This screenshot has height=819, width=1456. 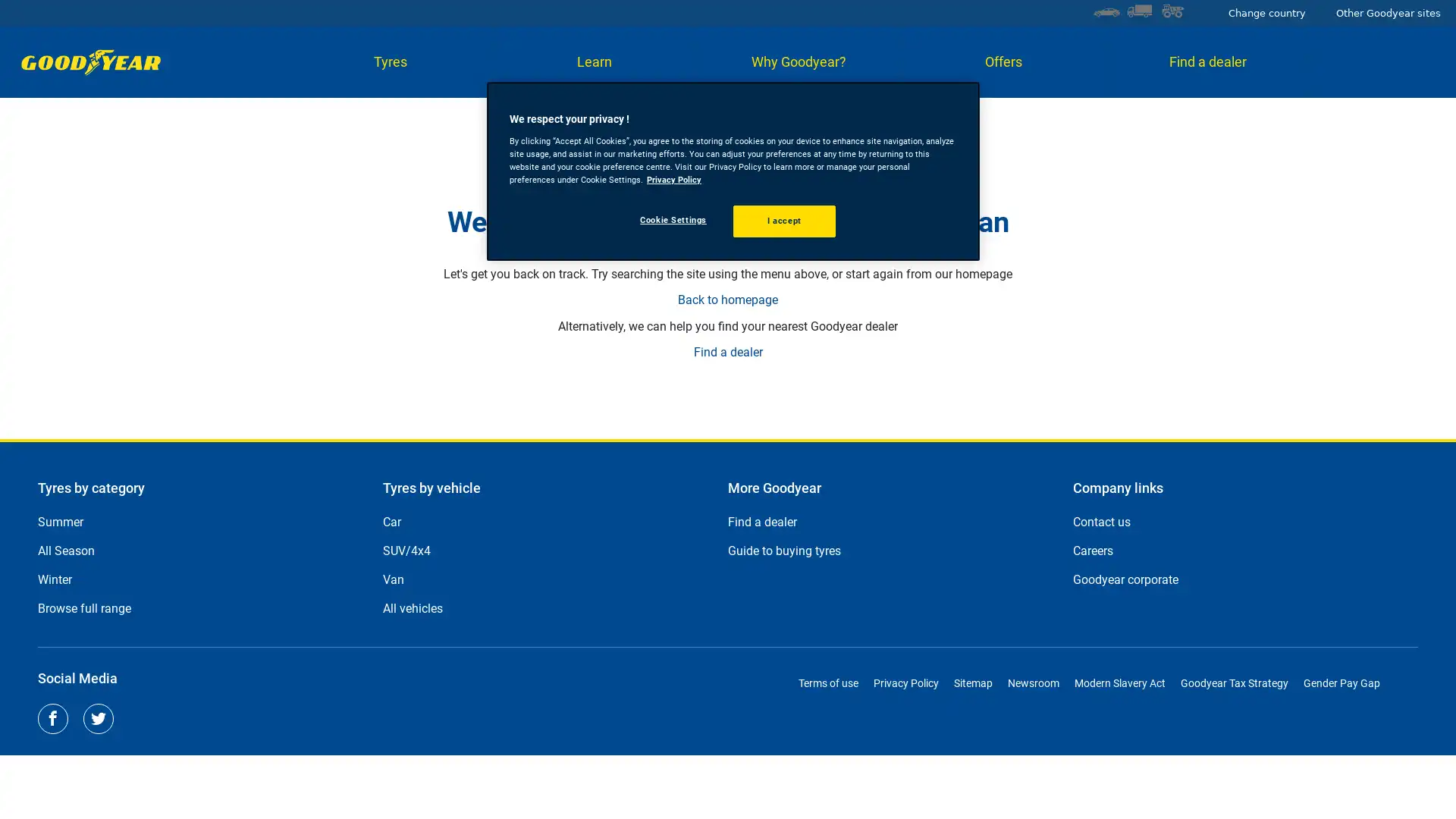 What do you see at coordinates (672, 219) in the screenshot?
I see `Cookie Settings` at bounding box center [672, 219].